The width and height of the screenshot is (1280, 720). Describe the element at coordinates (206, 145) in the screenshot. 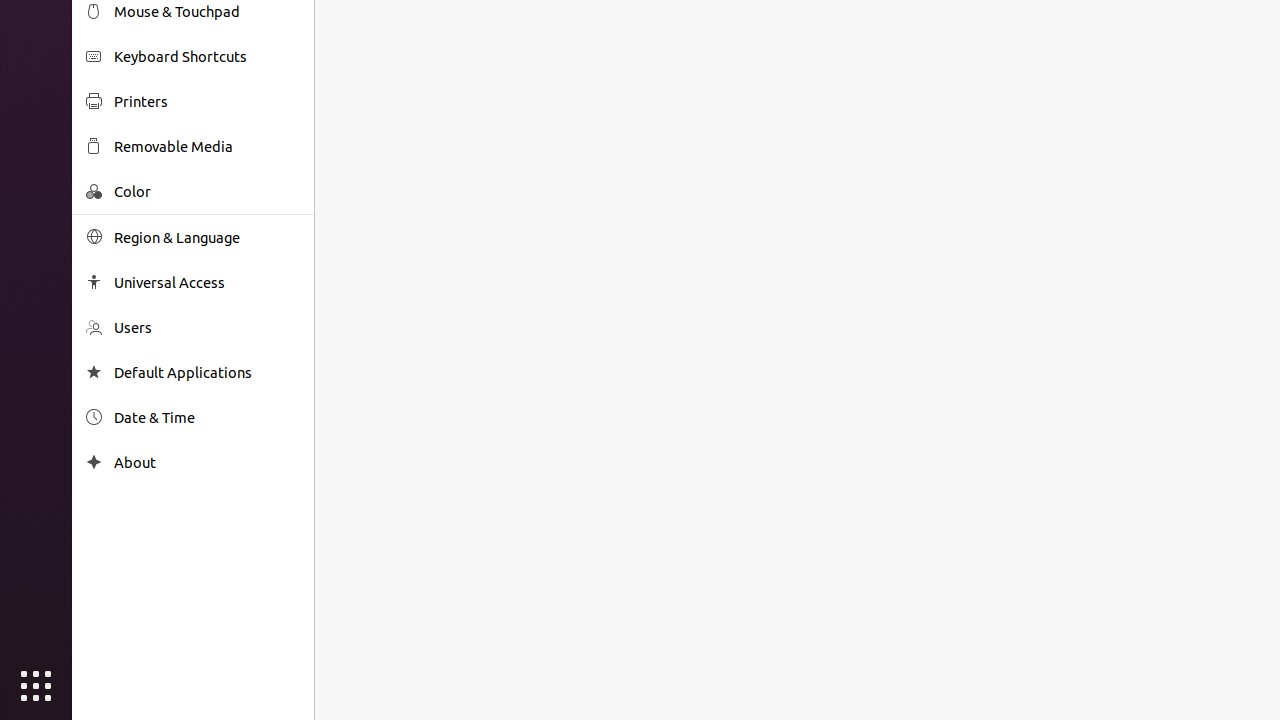

I see `'Removable Media'` at that location.